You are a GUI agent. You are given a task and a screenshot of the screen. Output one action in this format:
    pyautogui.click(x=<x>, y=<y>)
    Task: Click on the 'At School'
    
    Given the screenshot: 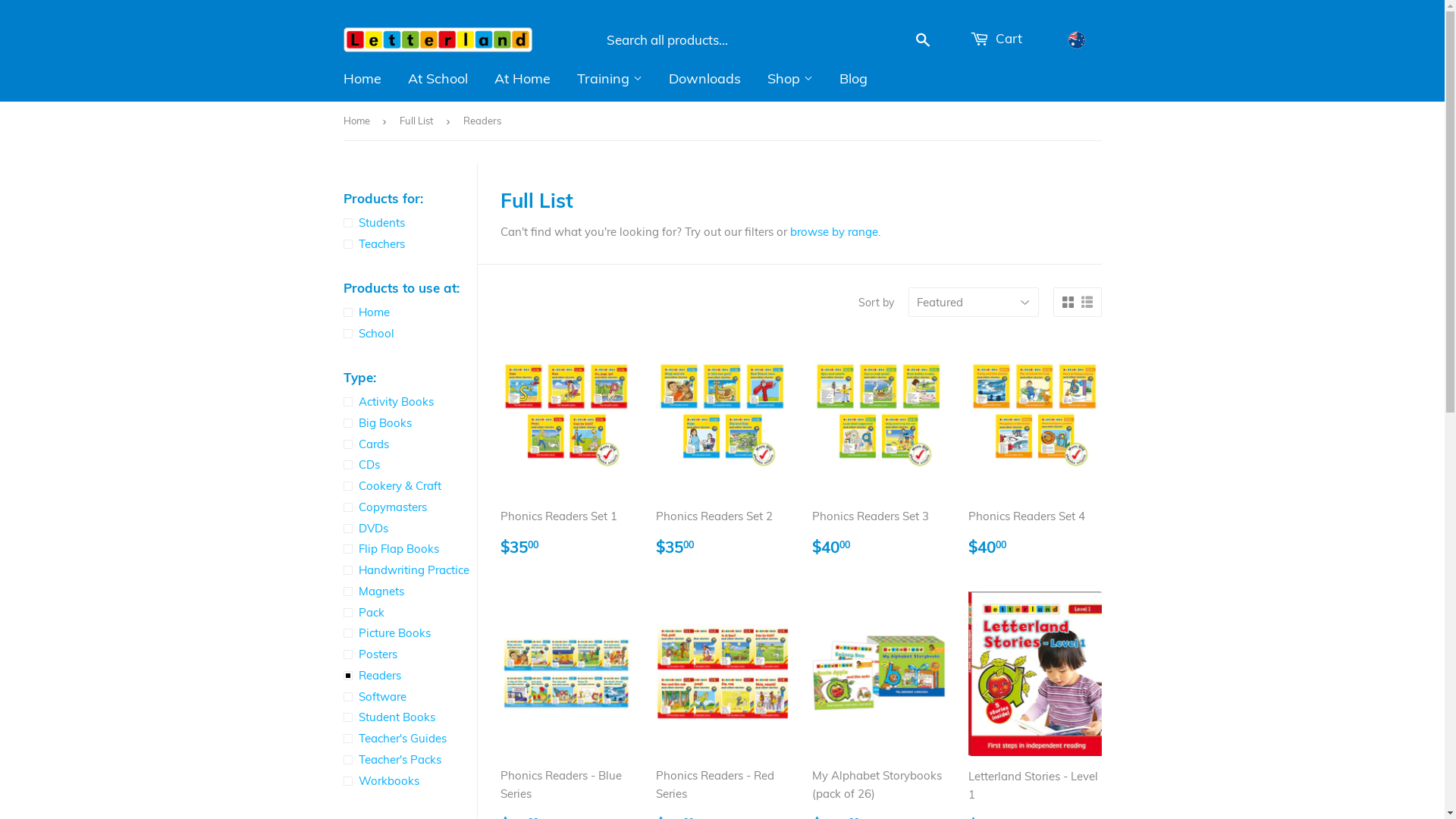 What is the action you would take?
    pyautogui.click(x=436, y=79)
    